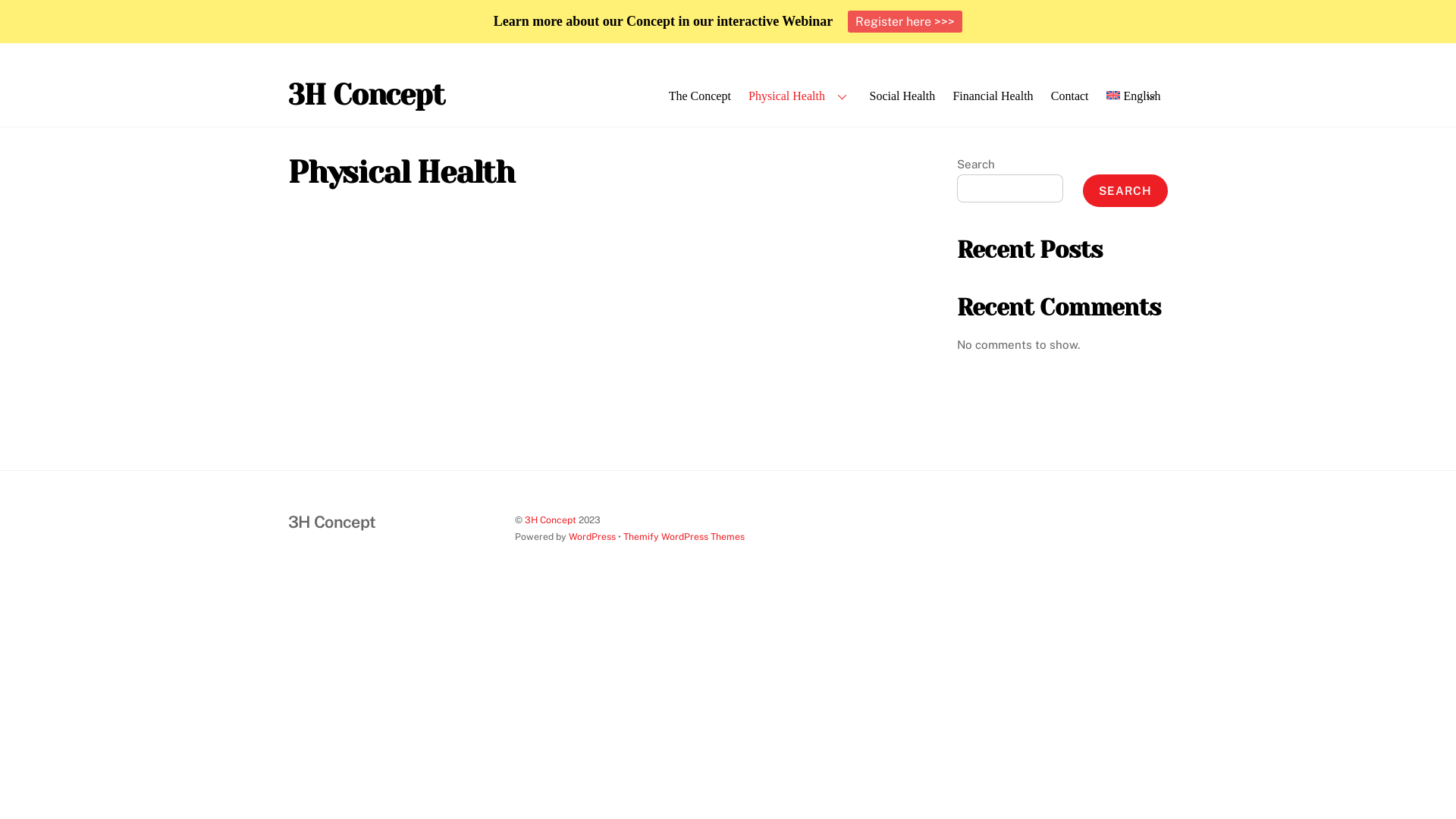 The width and height of the screenshot is (1456, 819). I want to click on 'Financial Health', so click(993, 96).